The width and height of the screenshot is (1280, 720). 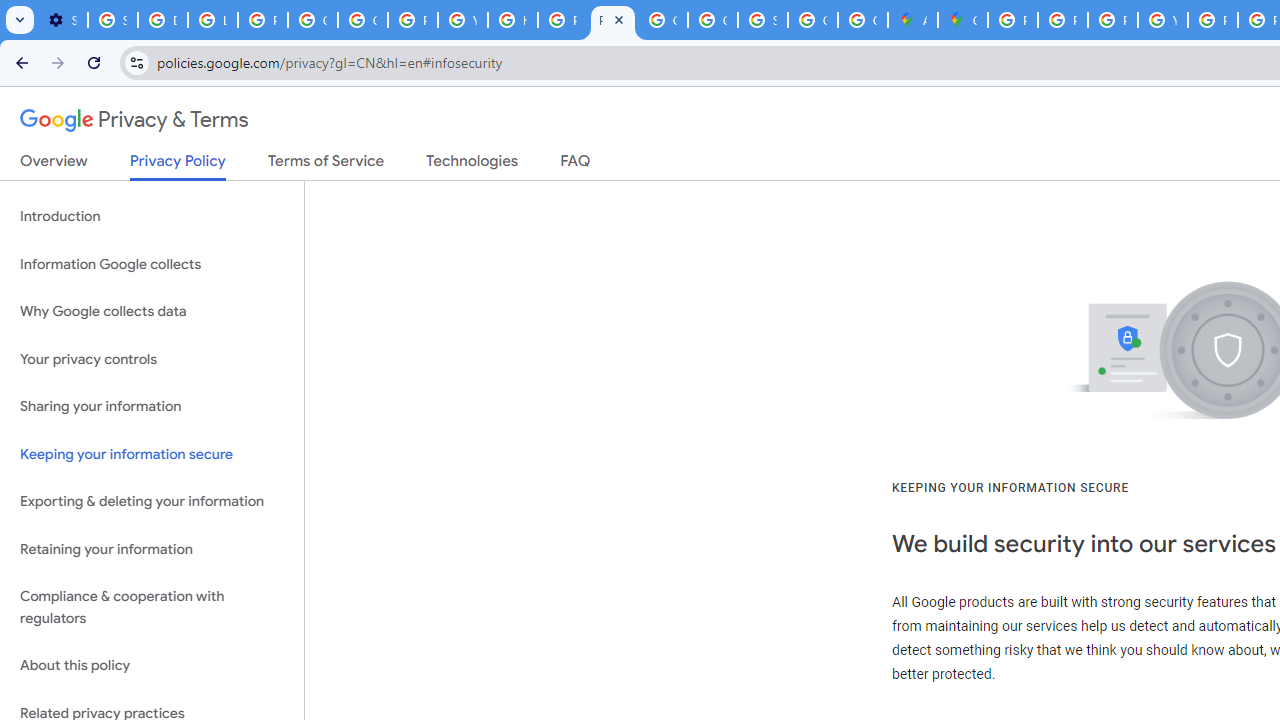 I want to click on 'Your privacy controls', so click(x=151, y=358).